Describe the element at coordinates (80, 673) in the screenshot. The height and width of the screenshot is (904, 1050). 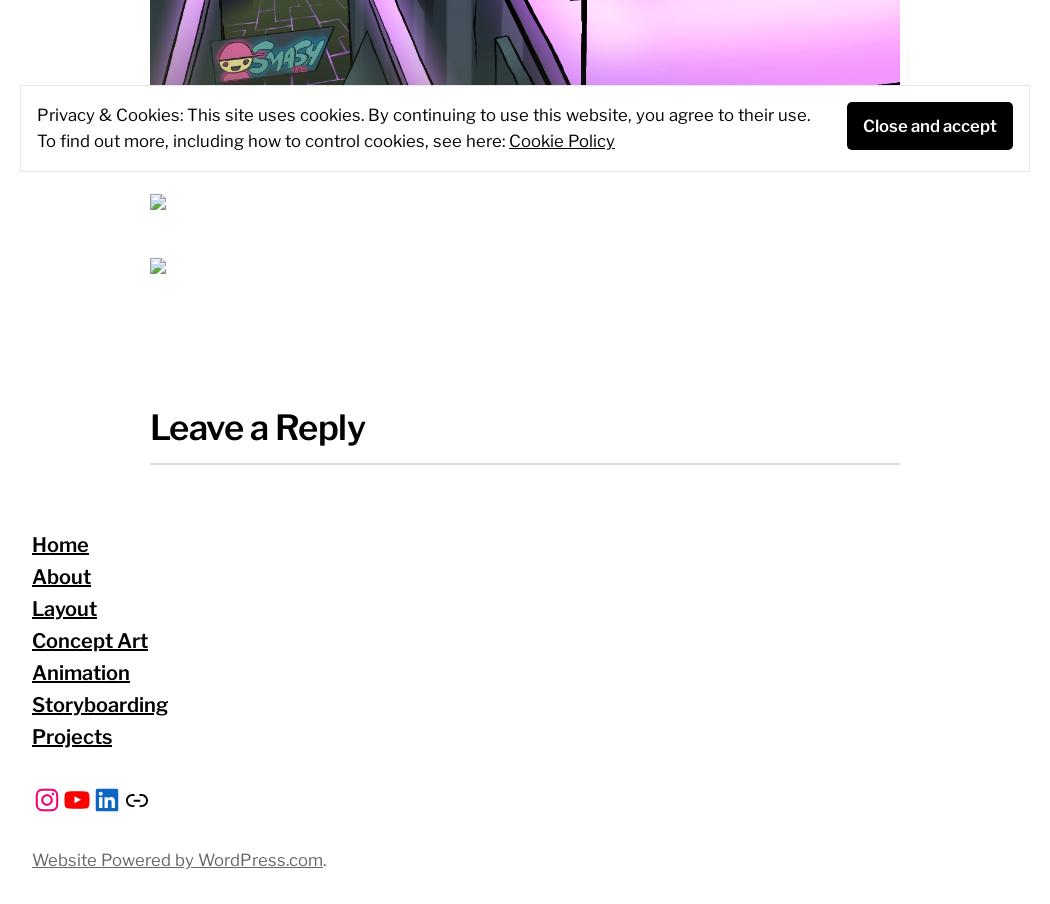
I see `'Animation'` at that location.